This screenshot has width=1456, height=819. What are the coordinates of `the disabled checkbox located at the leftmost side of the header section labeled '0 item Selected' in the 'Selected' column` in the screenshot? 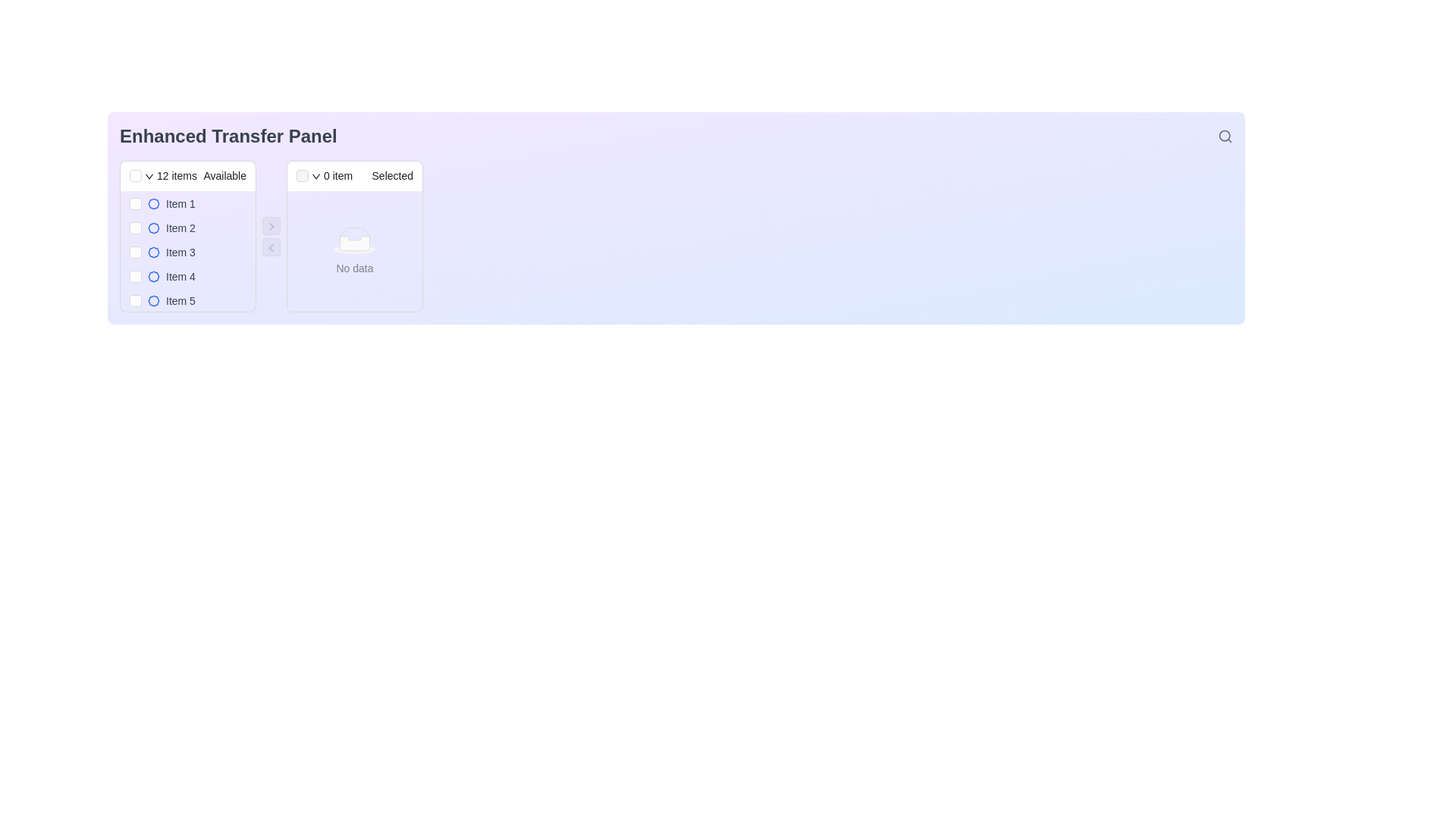 It's located at (302, 174).